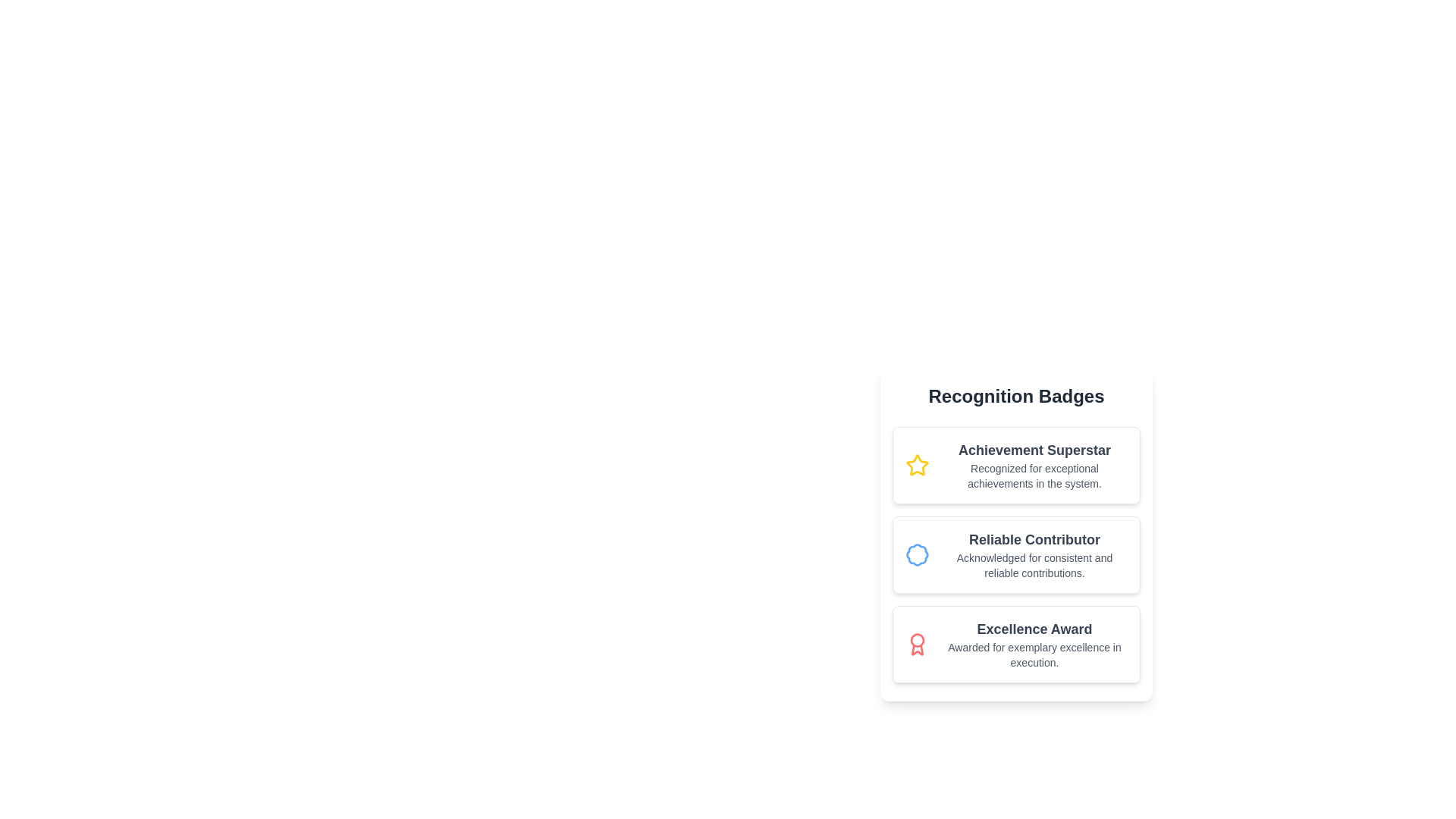 The height and width of the screenshot is (819, 1456). What do you see at coordinates (1034, 644) in the screenshot?
I see `the text label displaying 'Excellence Award', which is part of the third recognition badge in the list of awards` at bounding box center [1034, 644].